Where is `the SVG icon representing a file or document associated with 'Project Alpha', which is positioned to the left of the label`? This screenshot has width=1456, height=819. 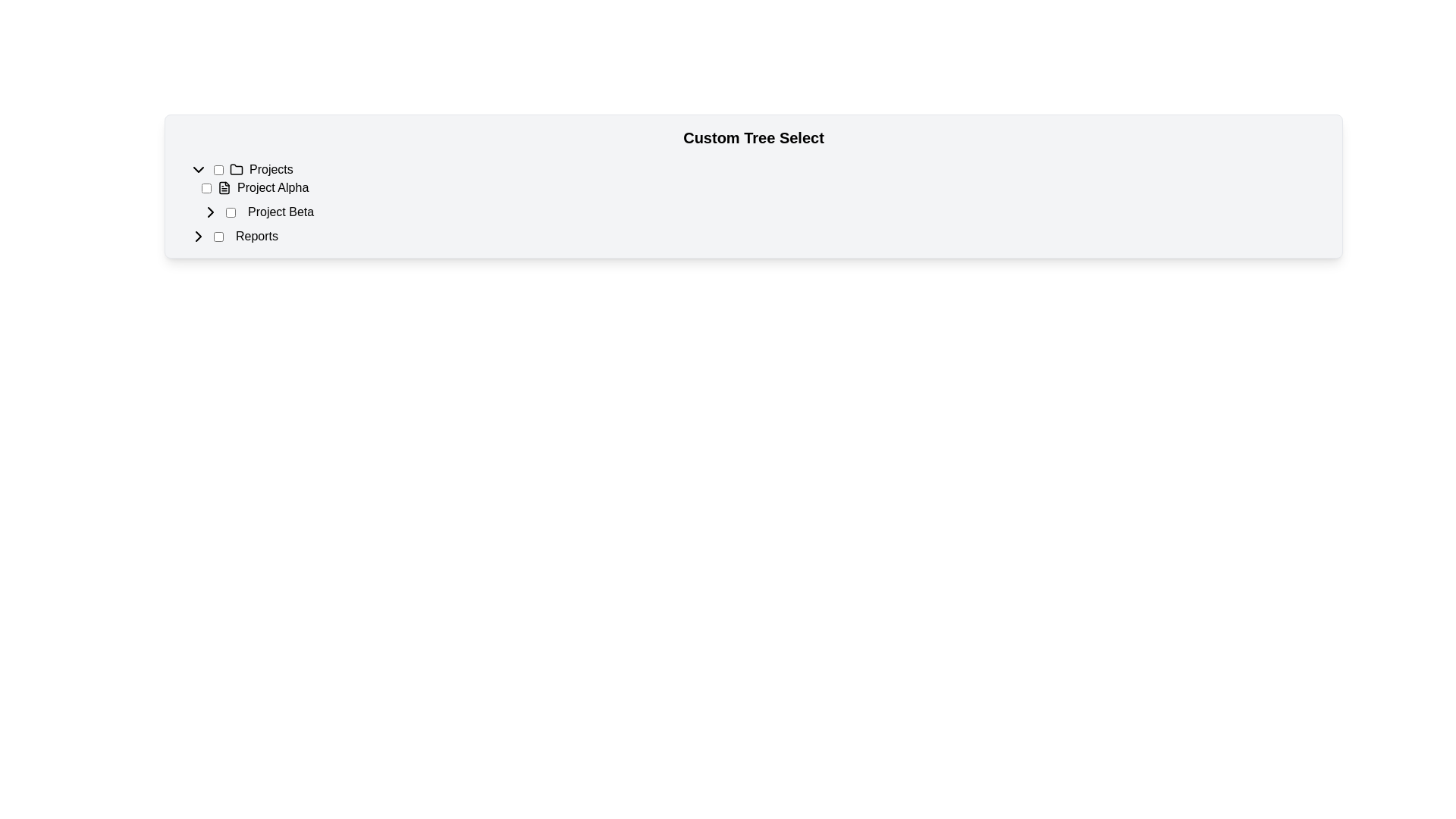
the SVG icon representing a file or document associated with 'Project Alpha', which is positioned to the left of the label is located at coordinates (224, 187).